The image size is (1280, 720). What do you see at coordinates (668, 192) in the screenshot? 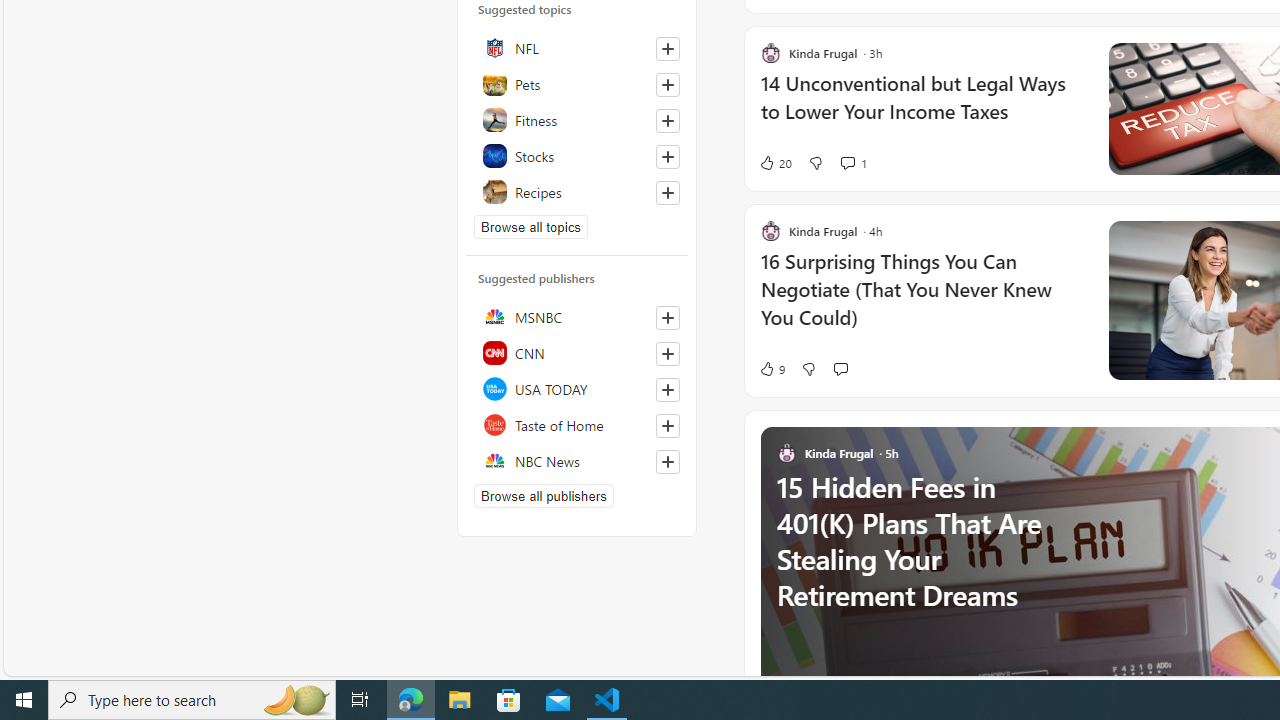
I see `'Follow this topic'` at bounding box center [668, 192].